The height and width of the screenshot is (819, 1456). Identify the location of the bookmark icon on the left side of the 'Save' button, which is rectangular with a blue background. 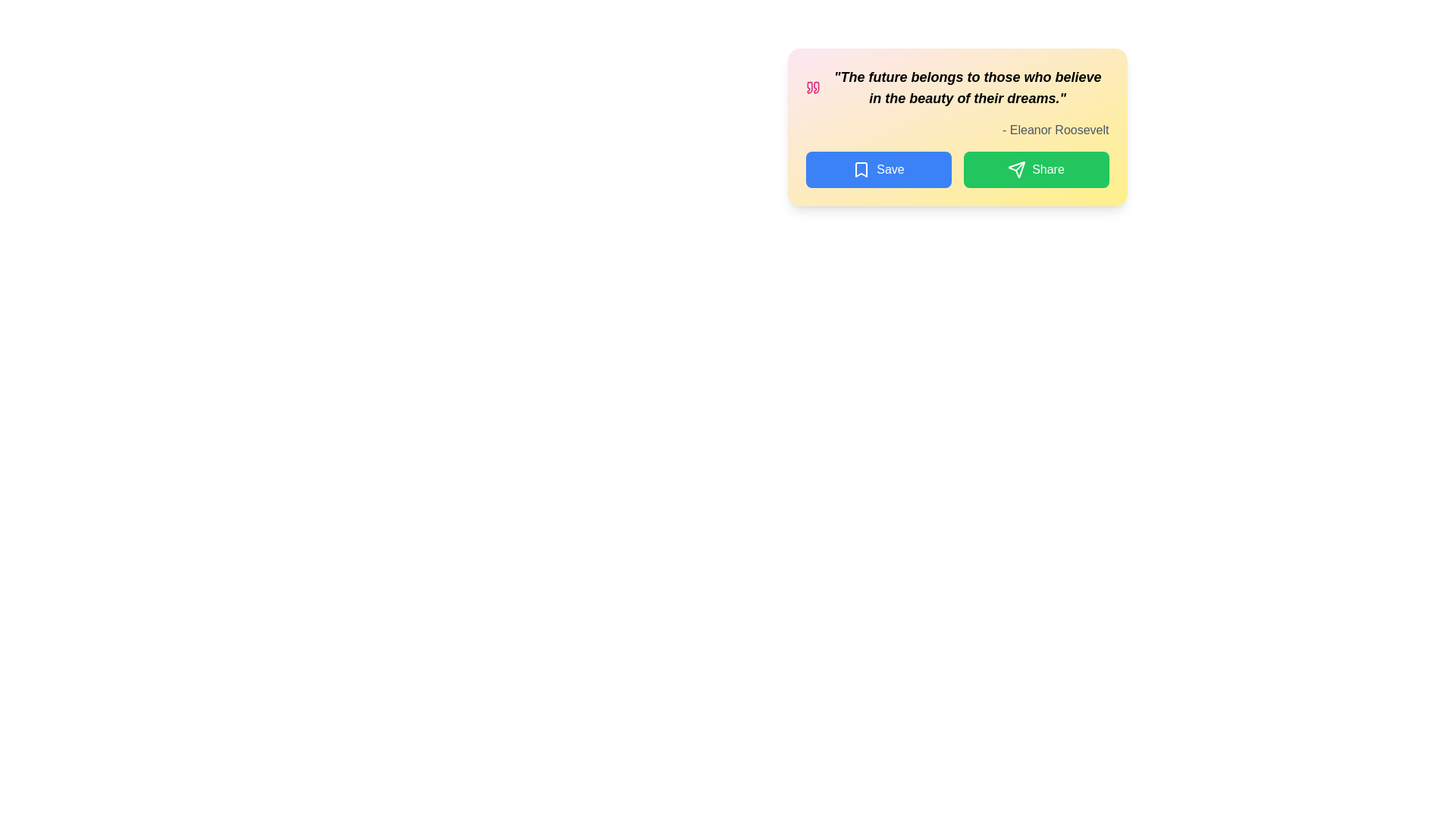
(861, 169).